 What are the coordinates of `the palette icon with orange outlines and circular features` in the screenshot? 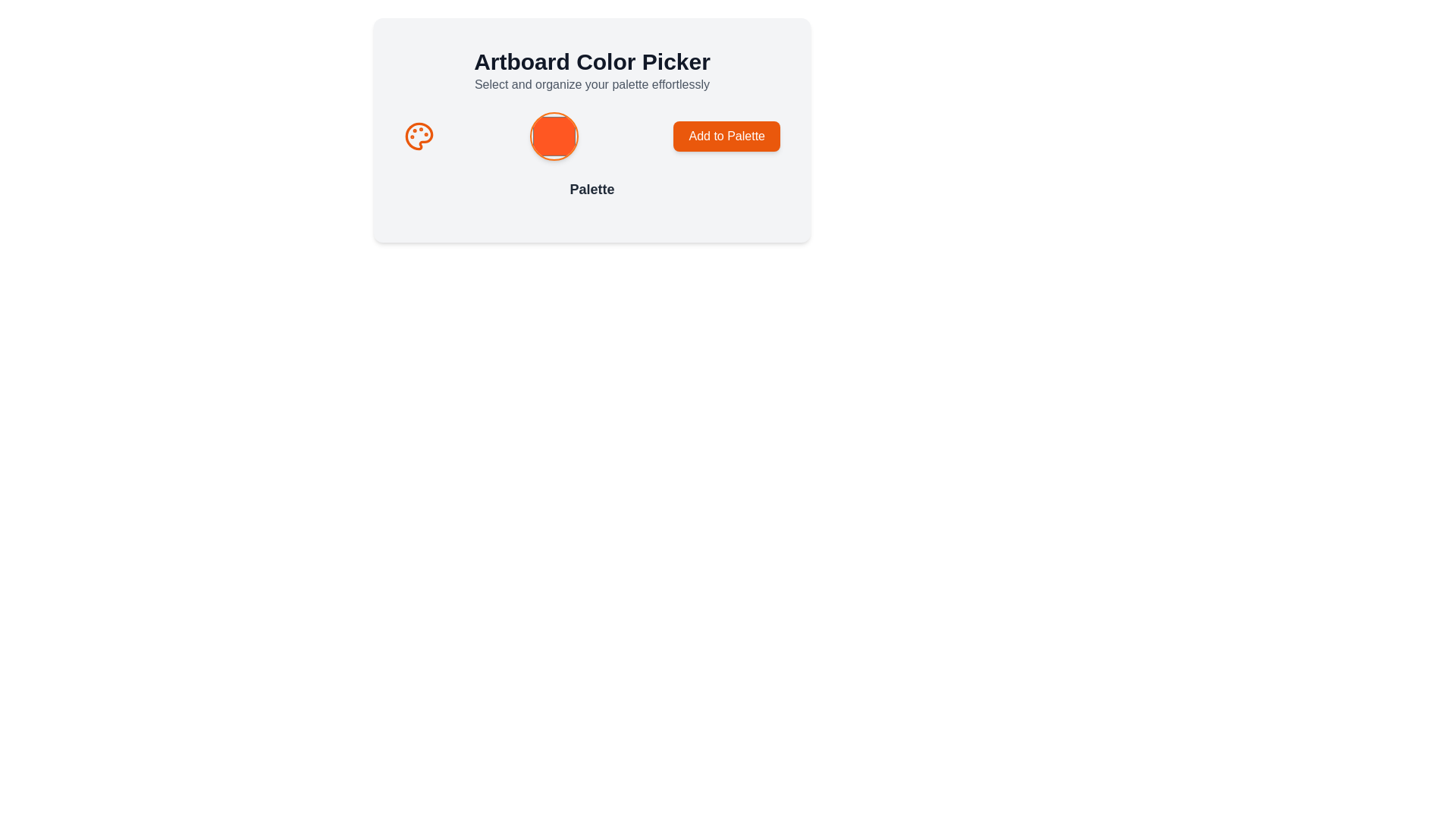 It's located at (419, 136).